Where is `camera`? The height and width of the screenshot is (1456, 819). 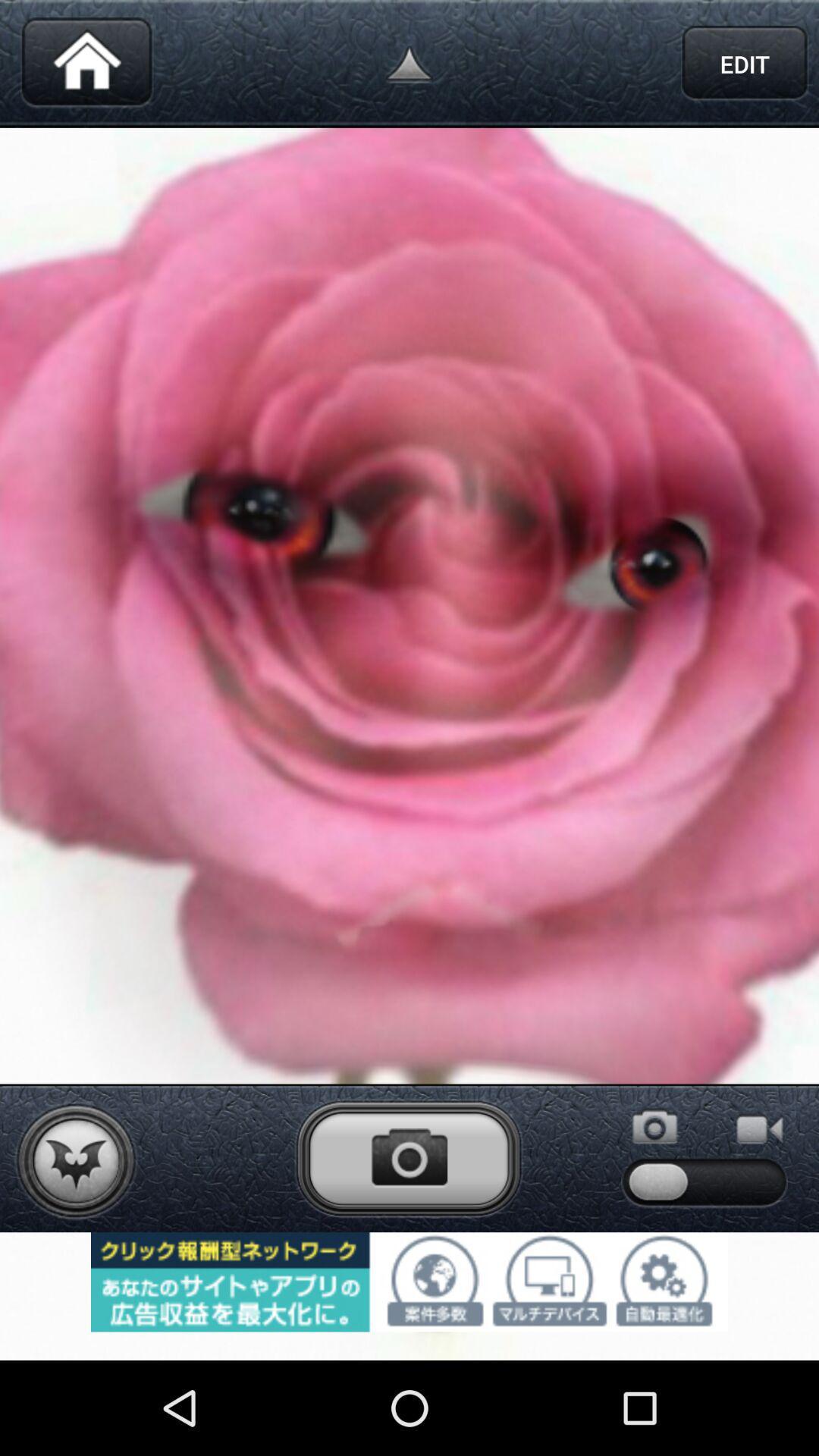 camera is located at coordinates (408, 1157).